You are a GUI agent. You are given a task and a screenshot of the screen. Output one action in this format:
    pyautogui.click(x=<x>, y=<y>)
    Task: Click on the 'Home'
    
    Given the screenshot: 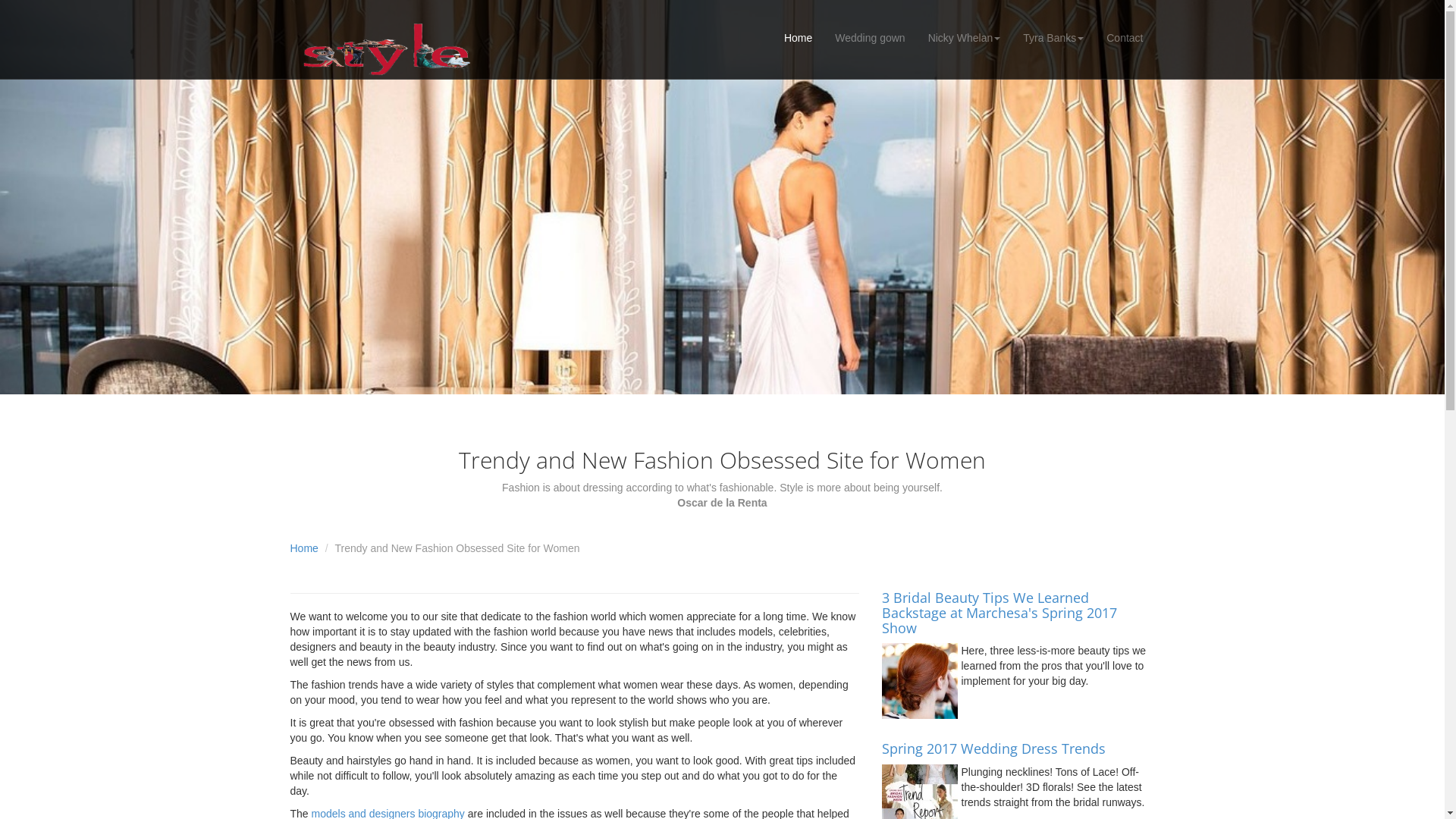 What is the action you would take?
    pyautogui.click(x=303, y=548)
    